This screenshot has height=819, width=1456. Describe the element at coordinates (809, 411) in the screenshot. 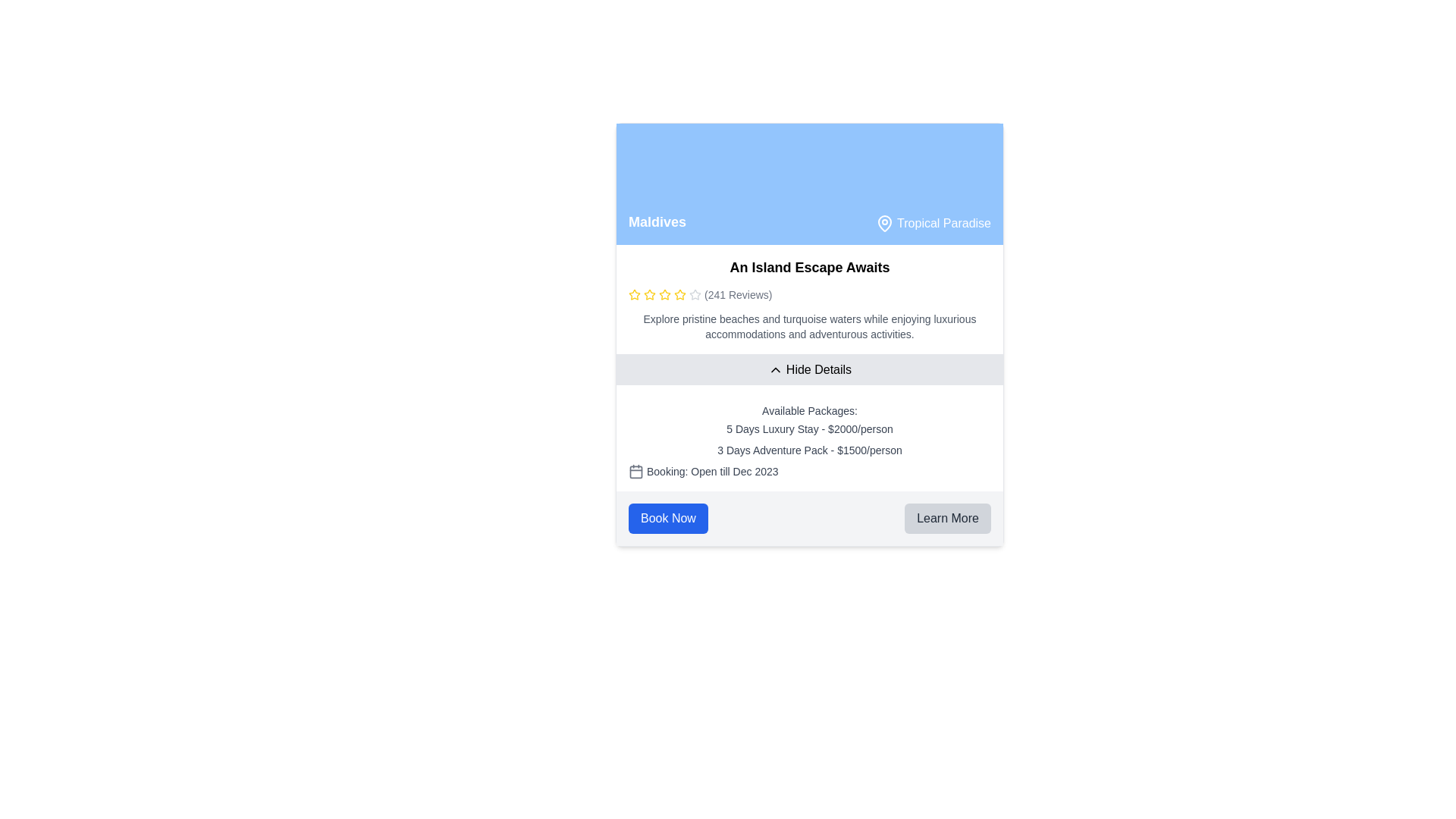

I see `the text label reading 'Available Packages:' which is centrally aligned above the list of packages` at that location.